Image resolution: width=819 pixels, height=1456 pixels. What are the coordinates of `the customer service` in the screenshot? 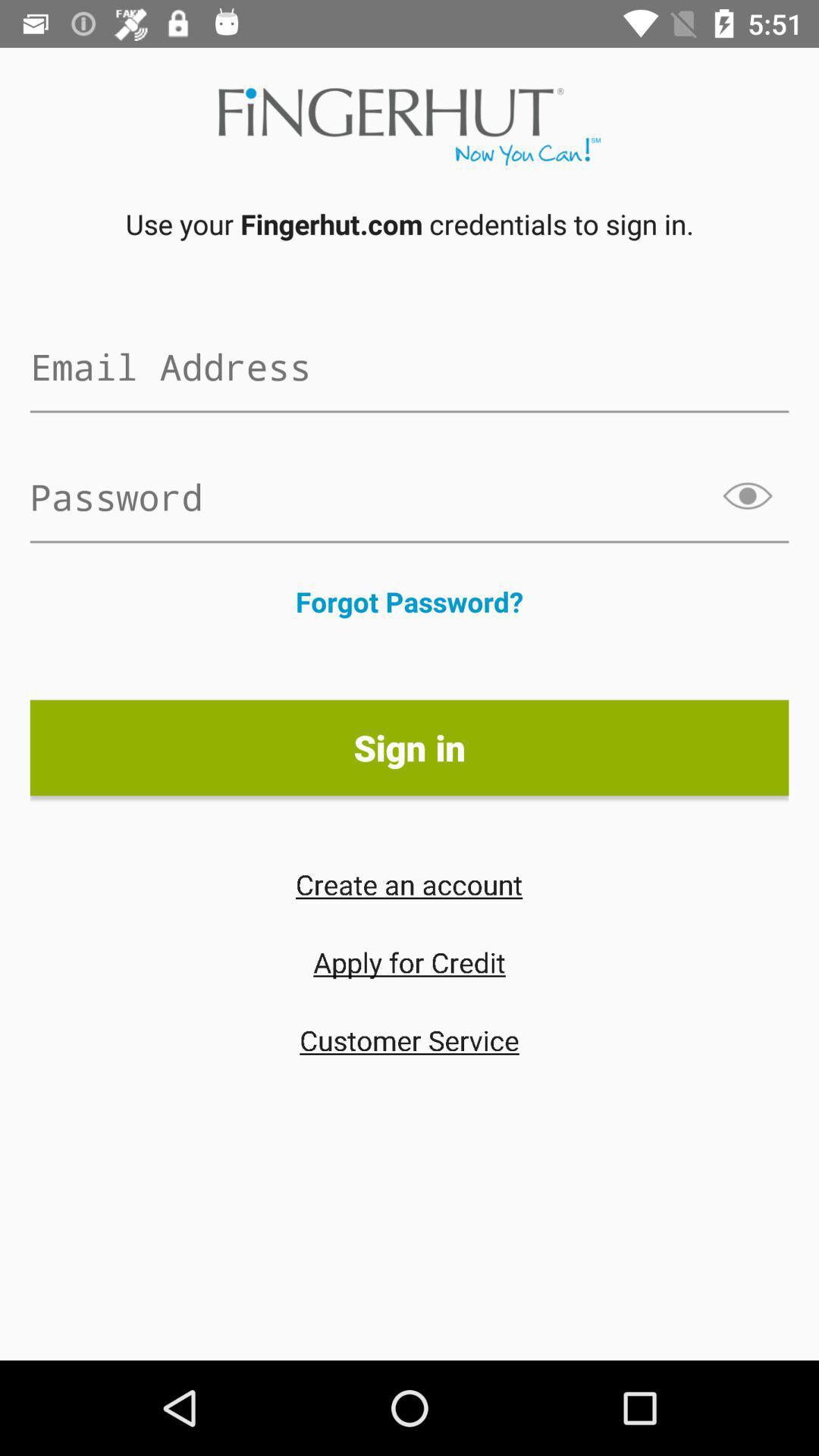 It's located at (409, 1039).